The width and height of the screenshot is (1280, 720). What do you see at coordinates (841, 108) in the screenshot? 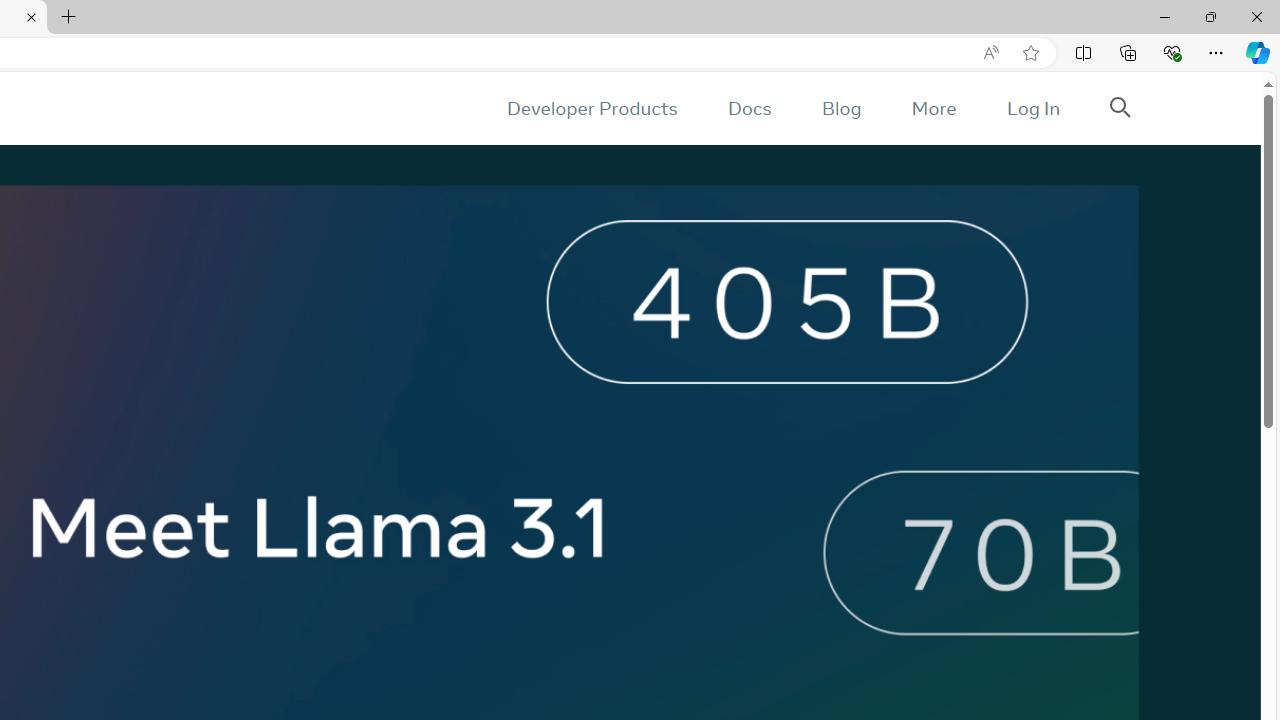
I see `'Blog'` at bounding box center [841, 108].